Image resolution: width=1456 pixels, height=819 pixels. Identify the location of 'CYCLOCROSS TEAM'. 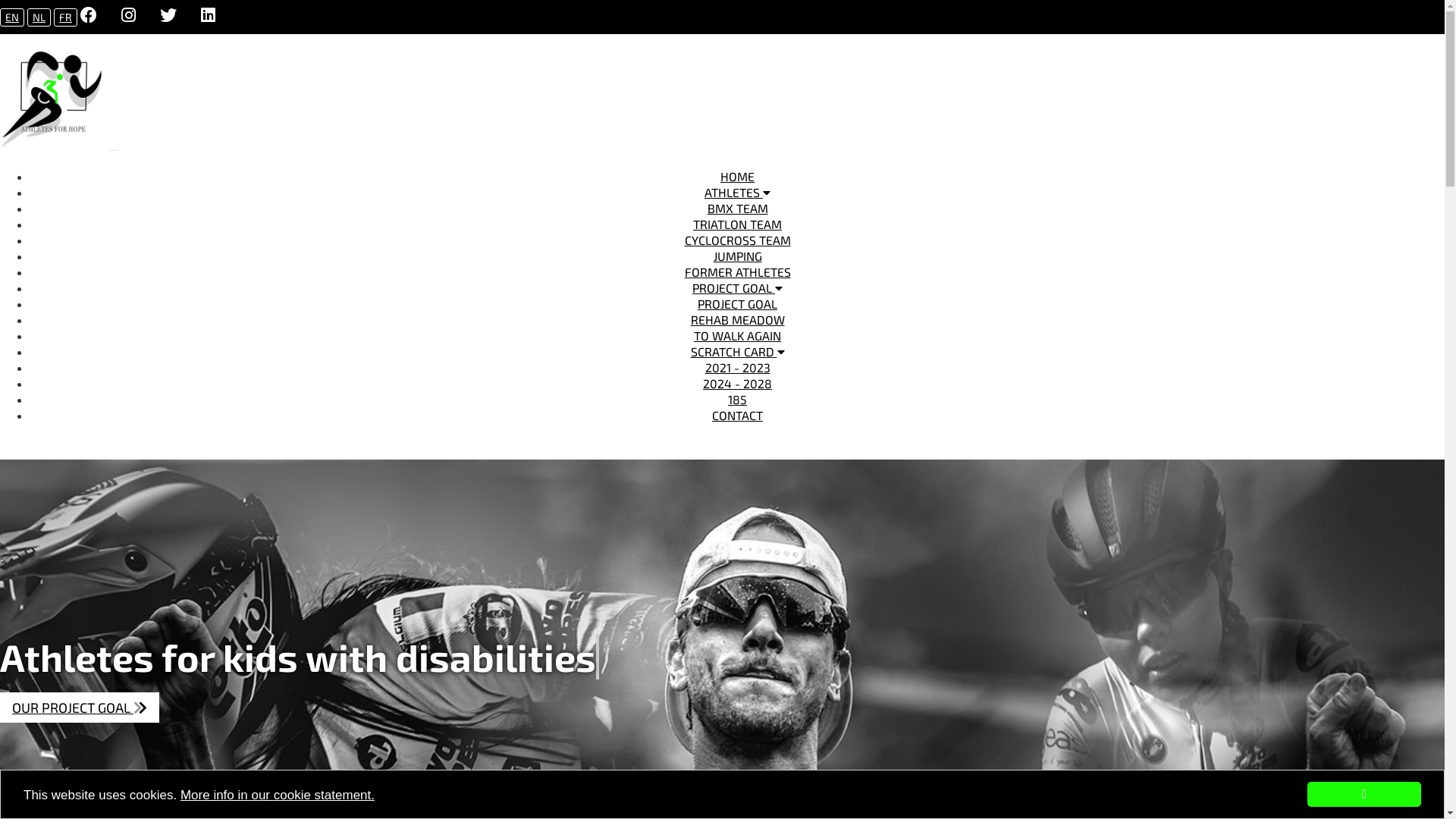
(736, 239).